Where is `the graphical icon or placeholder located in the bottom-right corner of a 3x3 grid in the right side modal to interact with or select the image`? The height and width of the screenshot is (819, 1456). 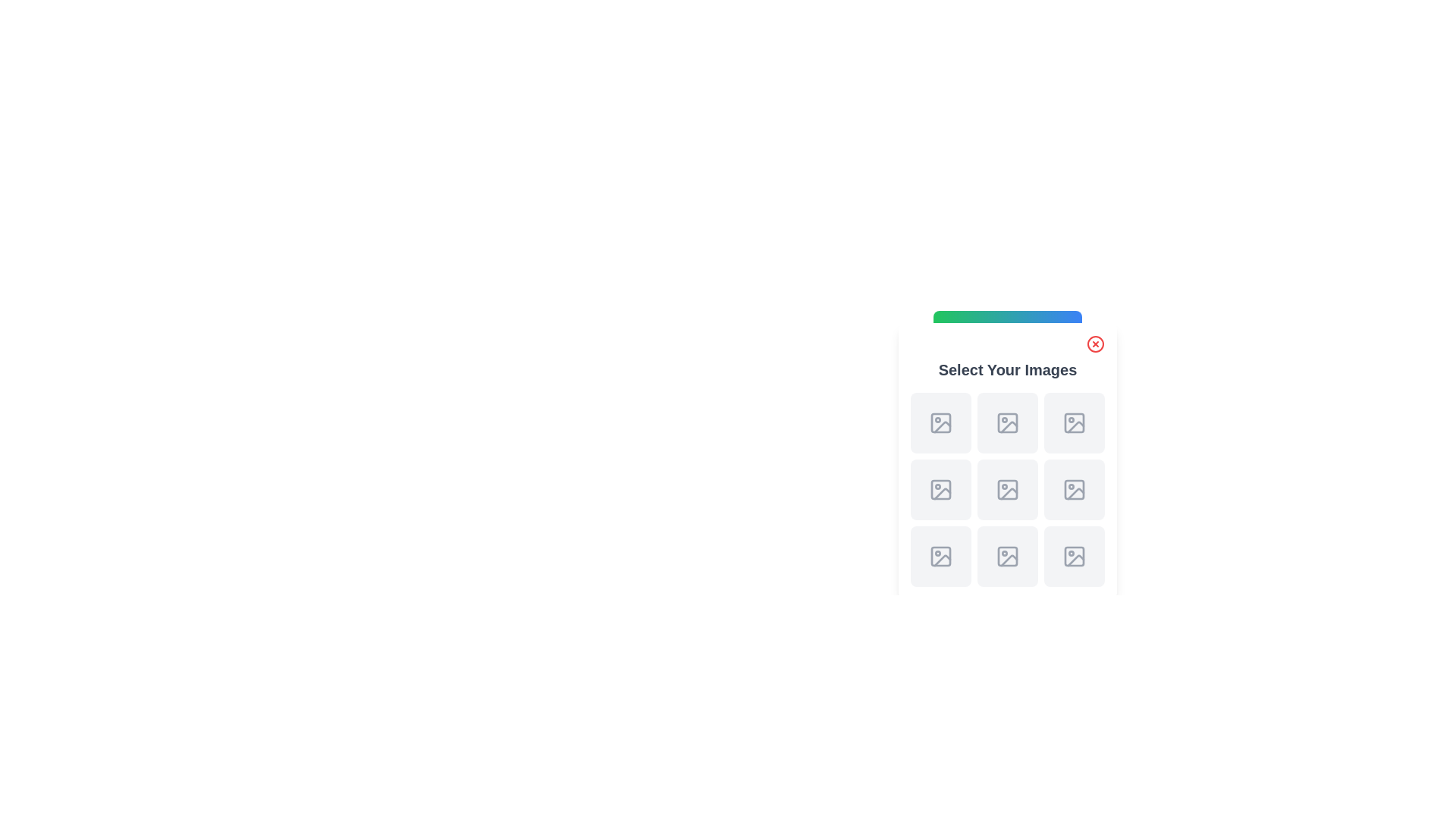
the graphical icon or placeholder located in the bottom-right corner of a 3x3 grid in the right side modal to interact with or select the image is located at coordinates (1073, 556).